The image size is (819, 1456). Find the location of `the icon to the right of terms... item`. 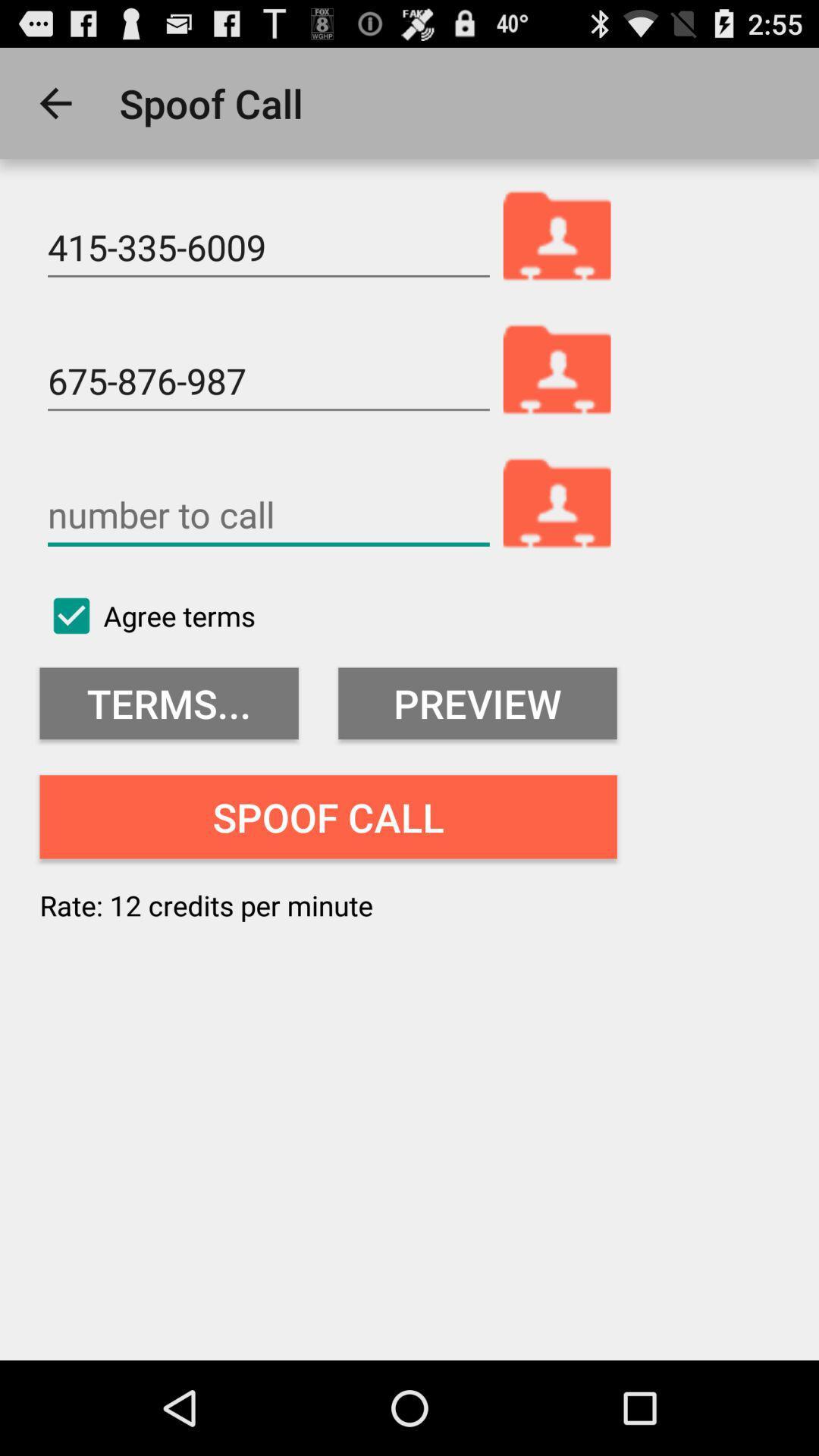

the icon to the right of terms... item is located at coordinates (476, 702).